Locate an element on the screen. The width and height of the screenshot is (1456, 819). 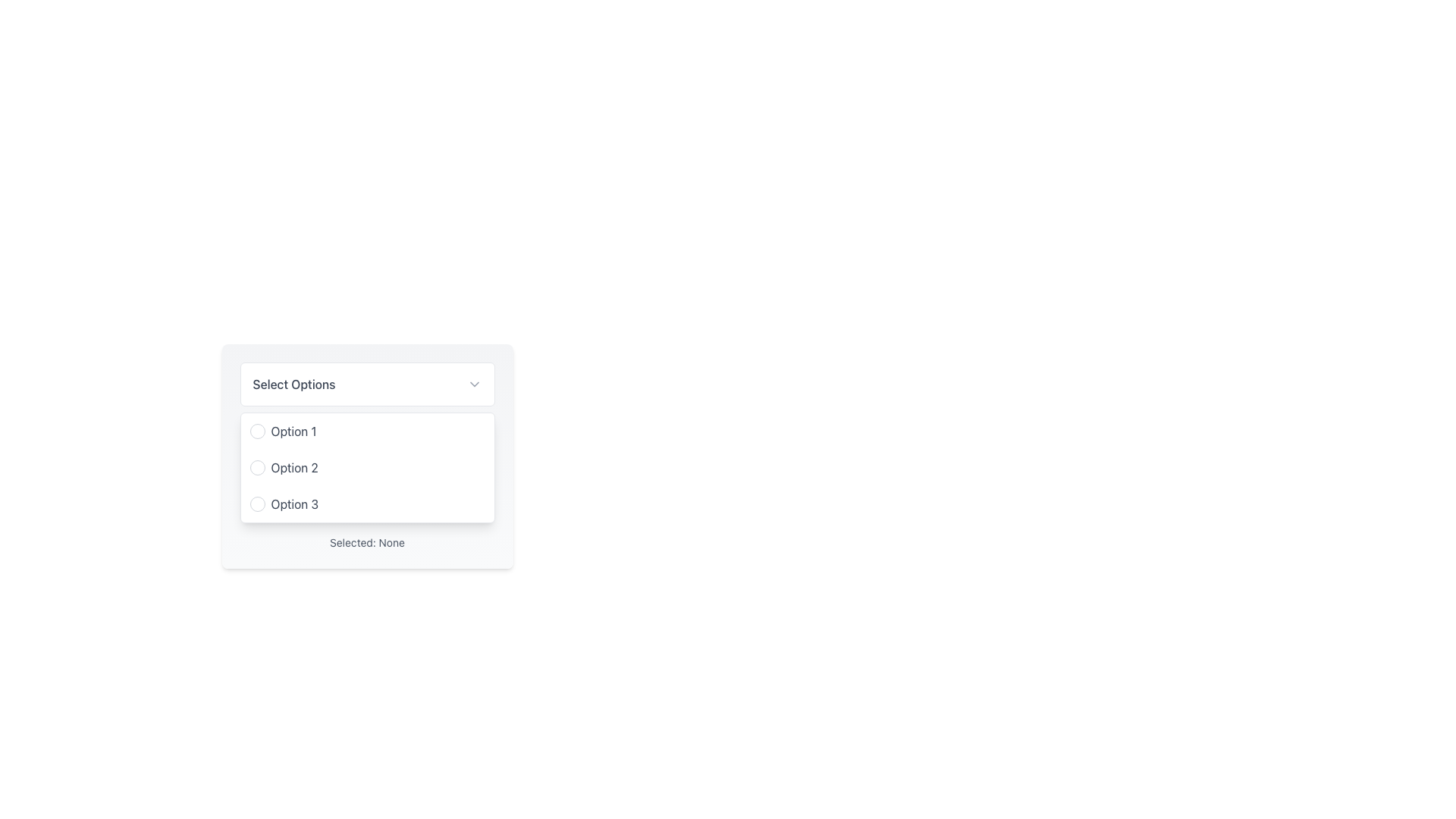
the radio button located to the left of the text 'Option 3' in the dropdown menu is located at coordinates (257, 504).